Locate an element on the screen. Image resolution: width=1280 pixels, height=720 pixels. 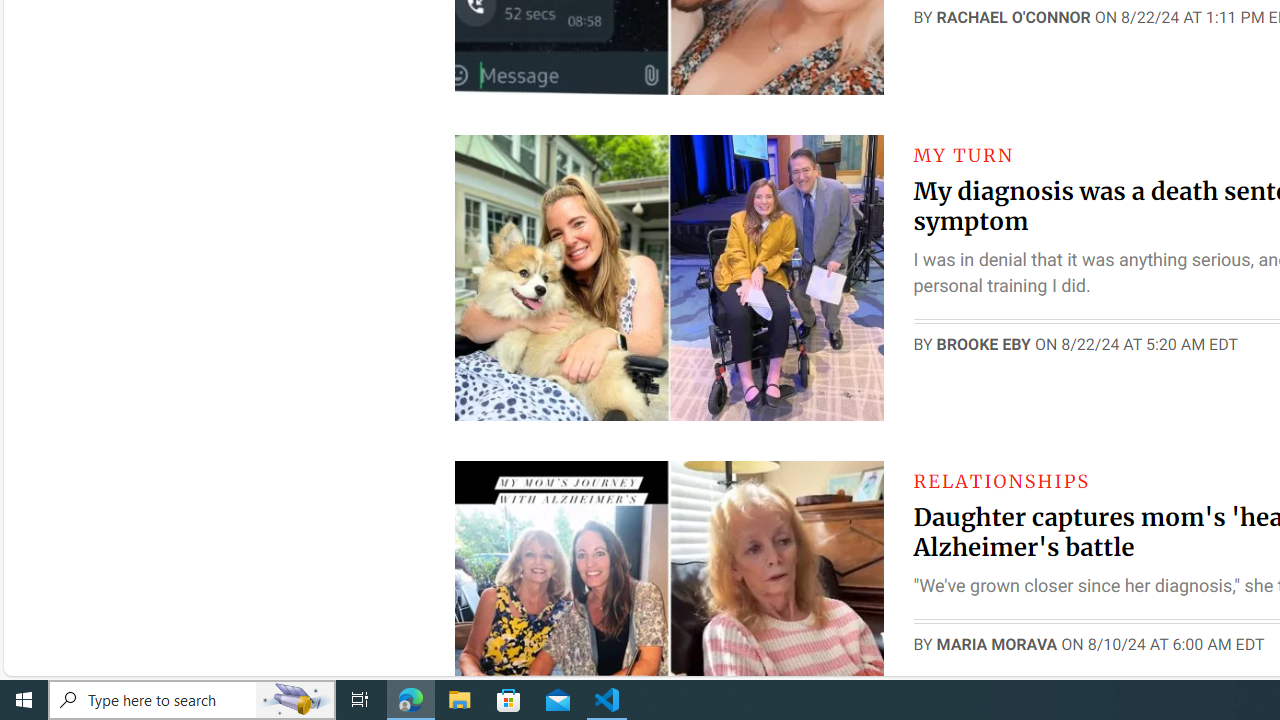
'RELATIONSHIPS' is located at coordinates (1001, 480).